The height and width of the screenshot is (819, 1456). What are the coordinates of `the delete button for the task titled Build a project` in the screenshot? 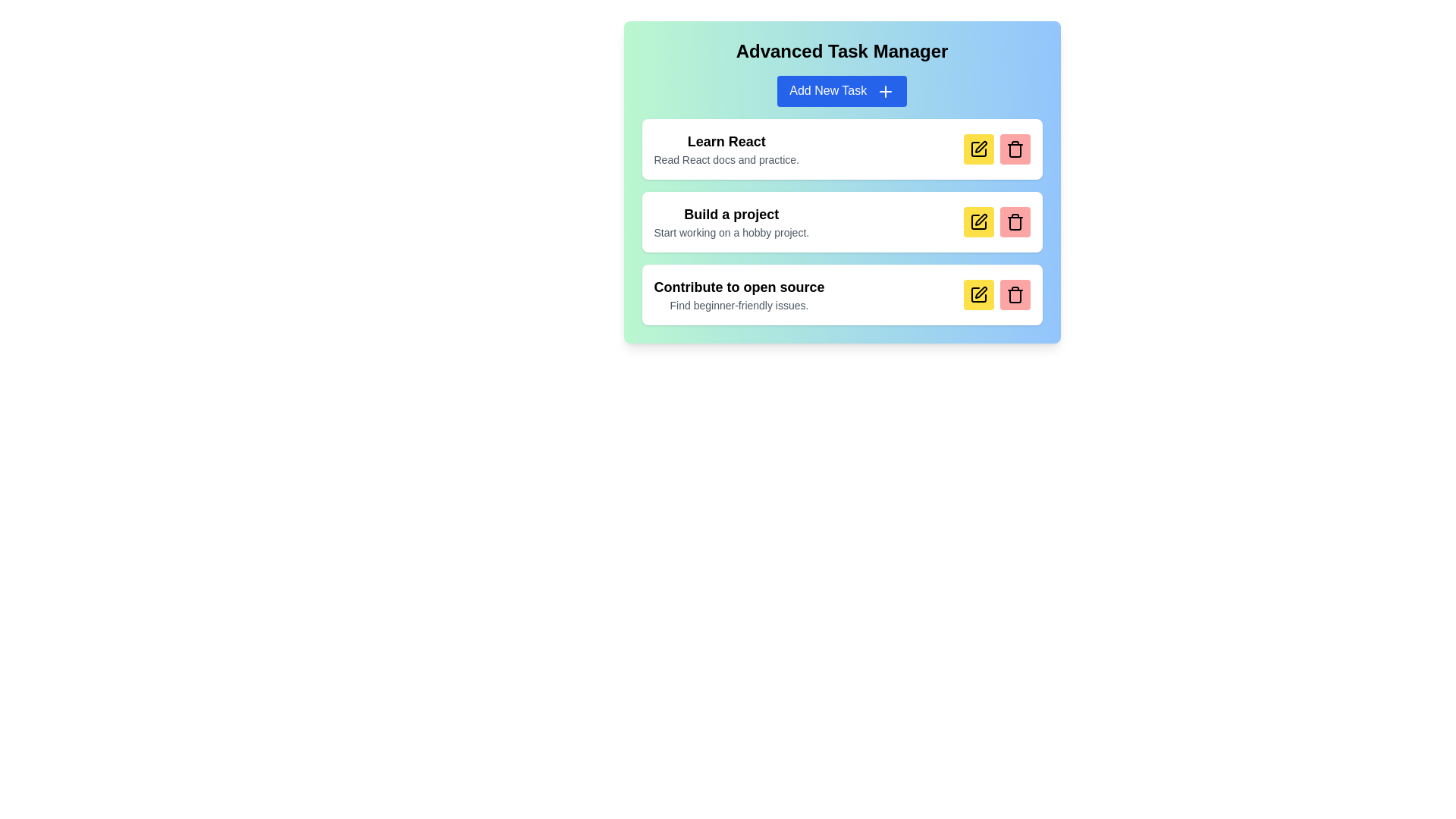 It's located at (1015, 221).